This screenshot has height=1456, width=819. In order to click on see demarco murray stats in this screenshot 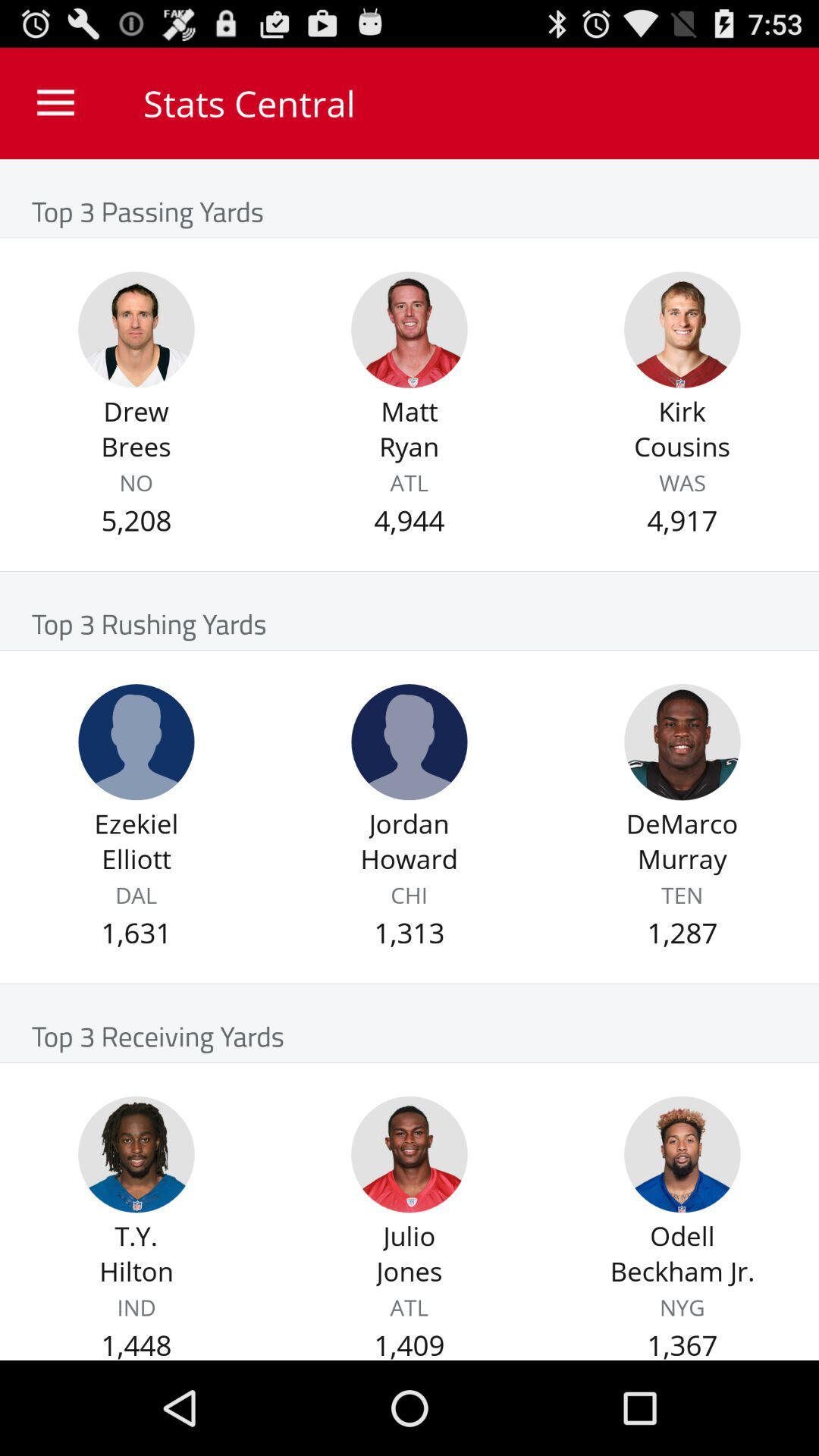, I will do `click(681, 742)`.